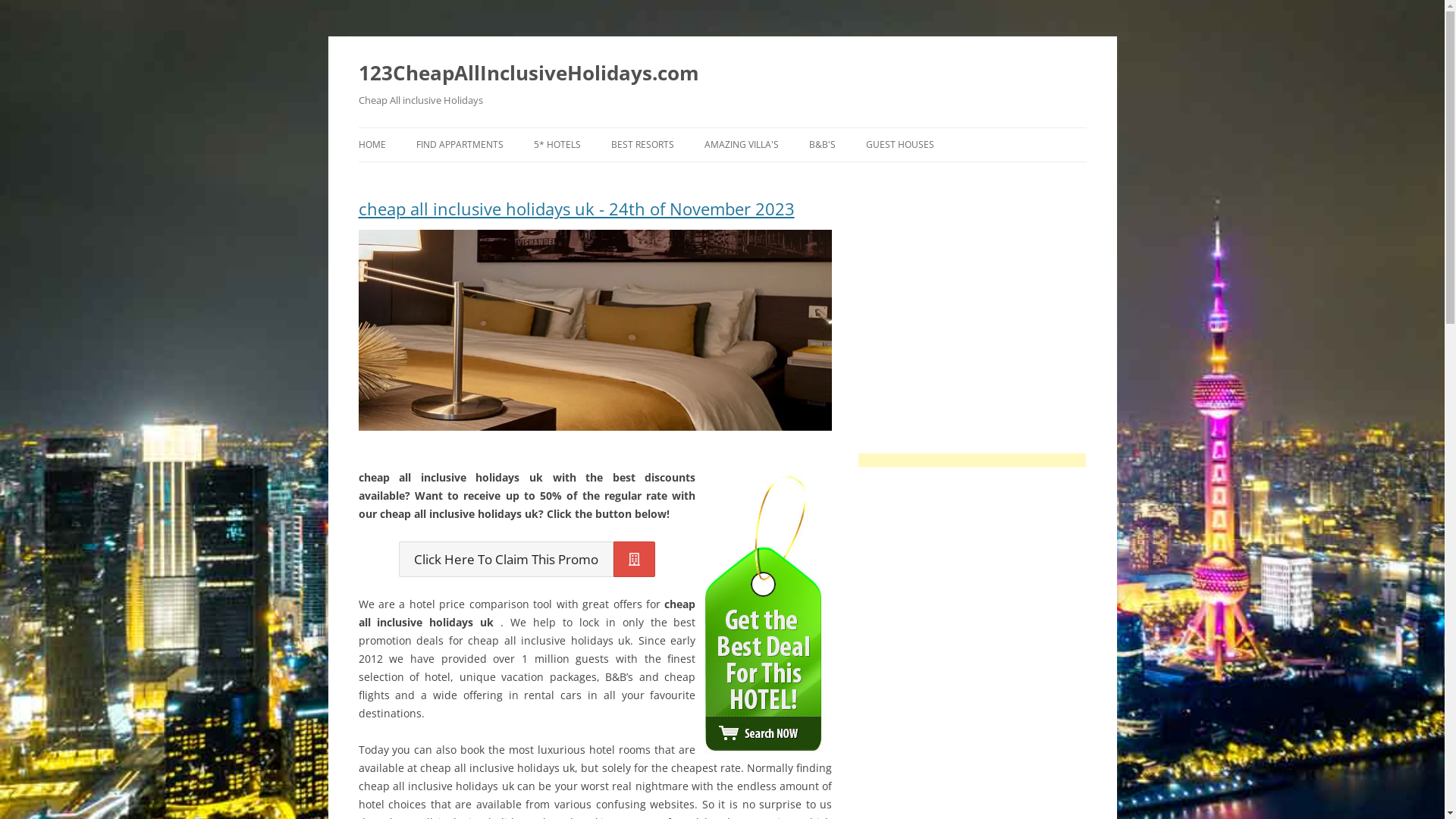  What do you see at coordinates (642, 145) in the screenshot?
I see `'BEST RESORTS'` at bounding box center [642, 145].